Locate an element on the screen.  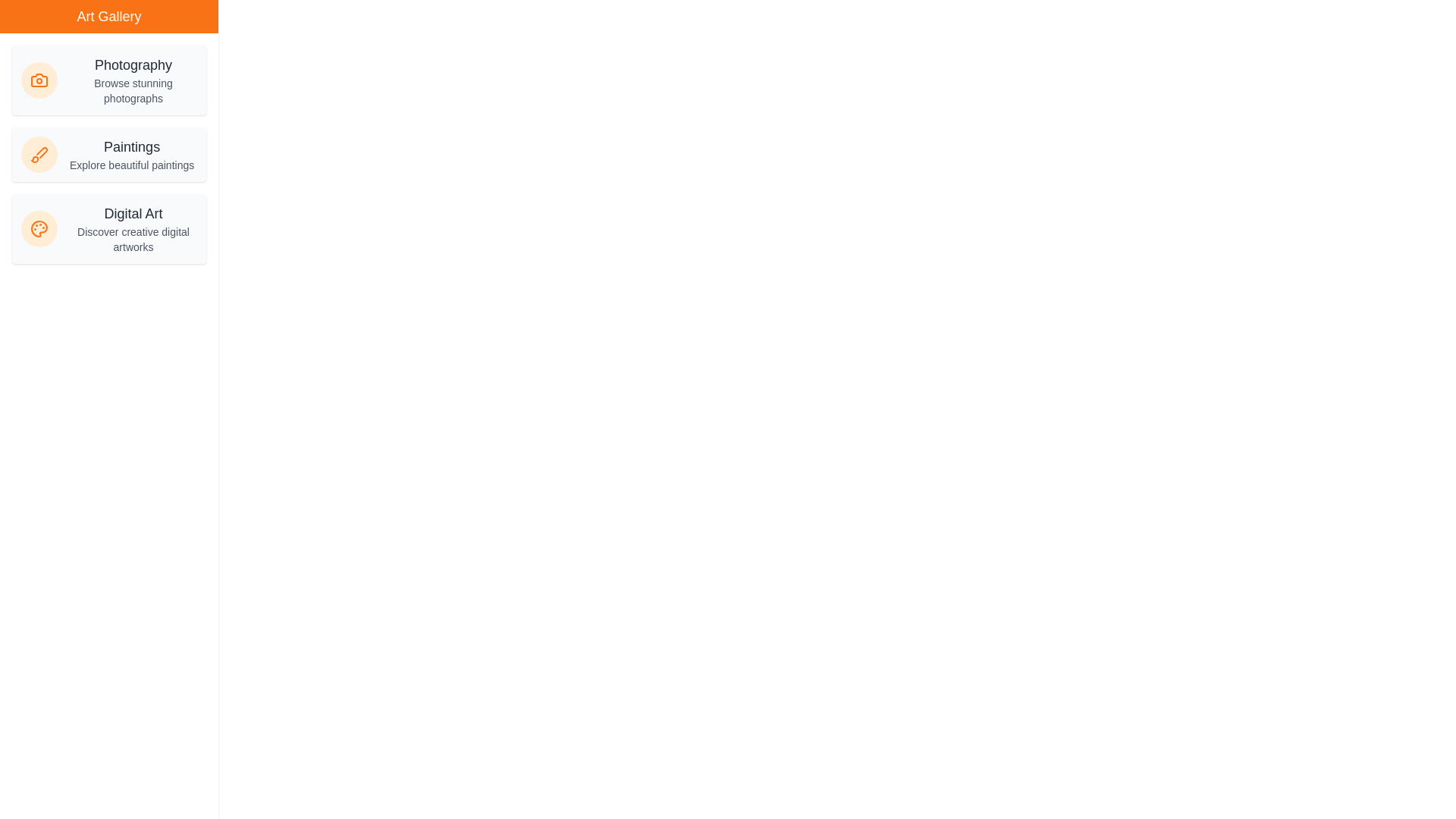
the icon of the selected category Digital Art is located at coordinates (39, 228).